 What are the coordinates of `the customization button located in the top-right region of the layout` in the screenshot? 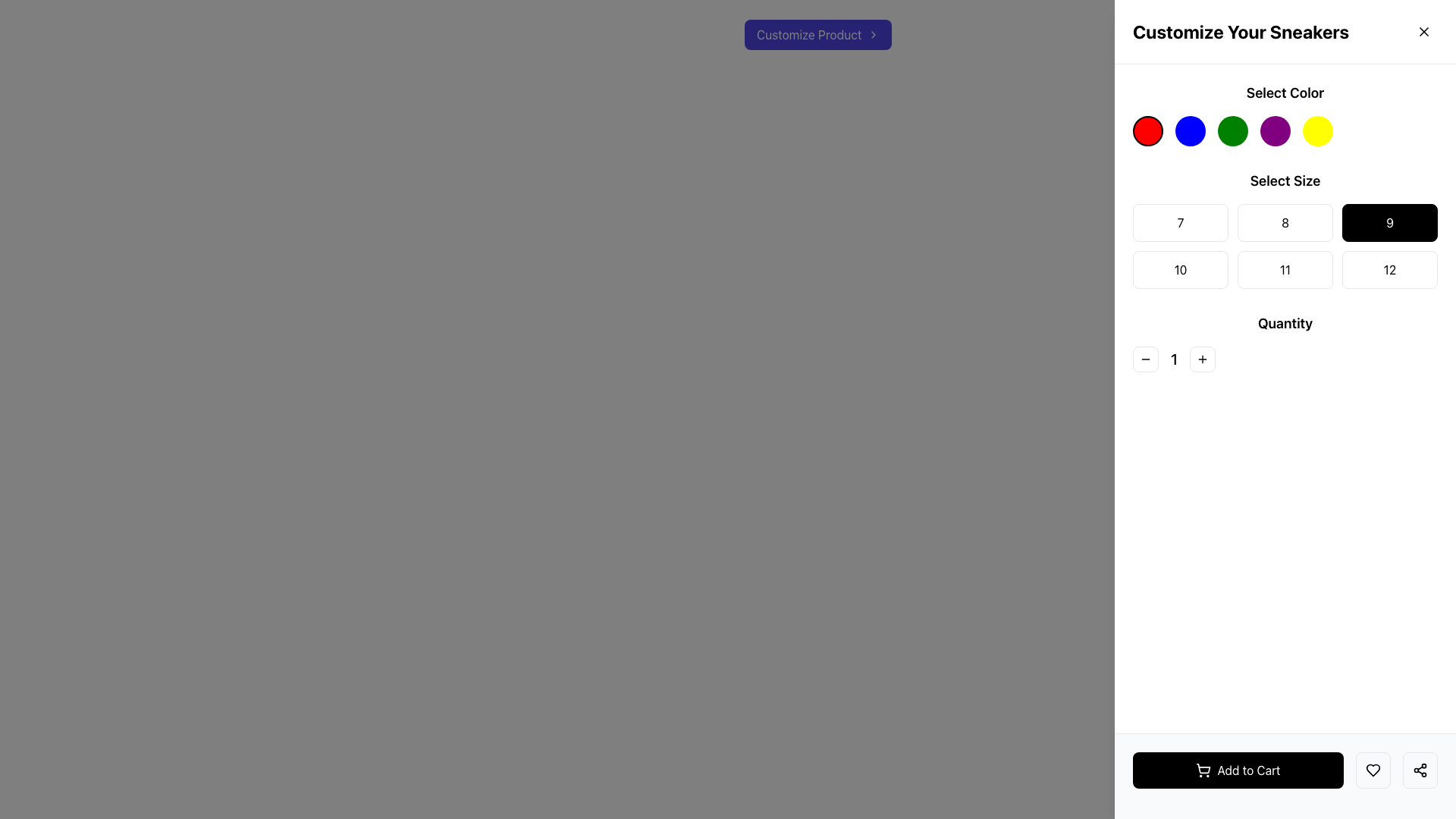 It's located at (817, 34).